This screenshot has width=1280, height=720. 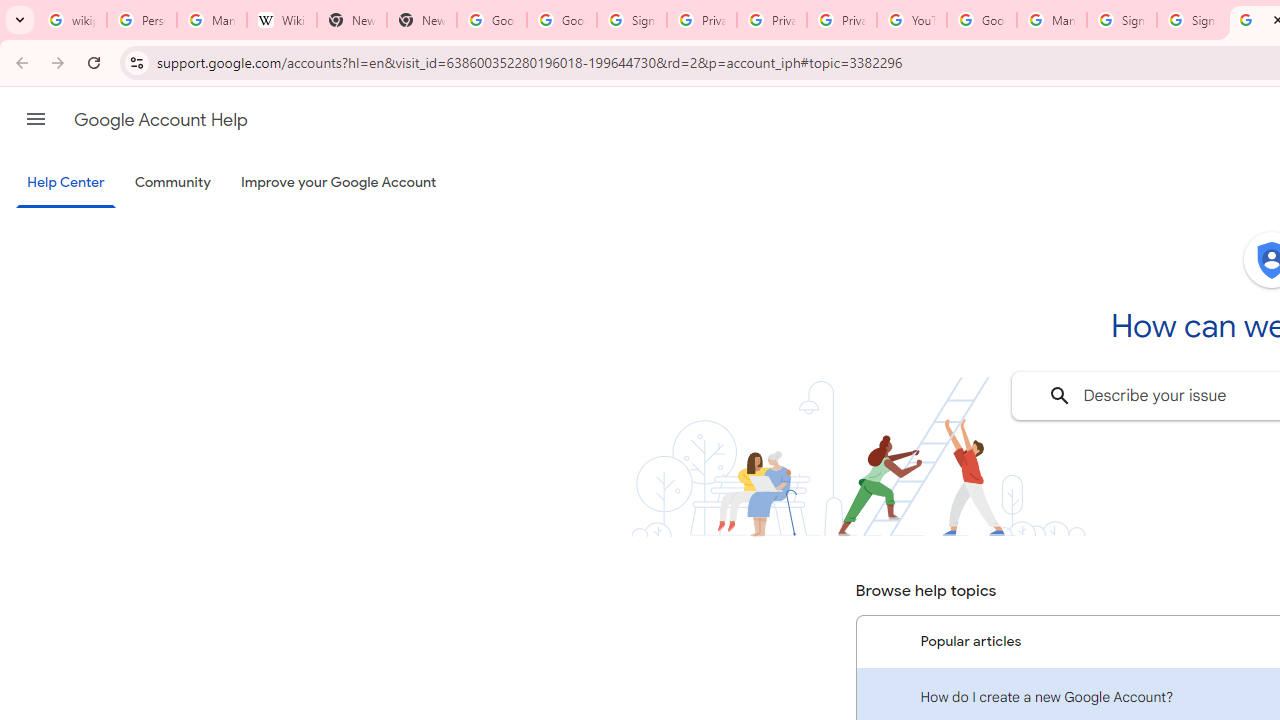 What do you see at coordinates (65, 183) in the screenshot?
I see `'Help Center'` at bounding box center [65, 183].